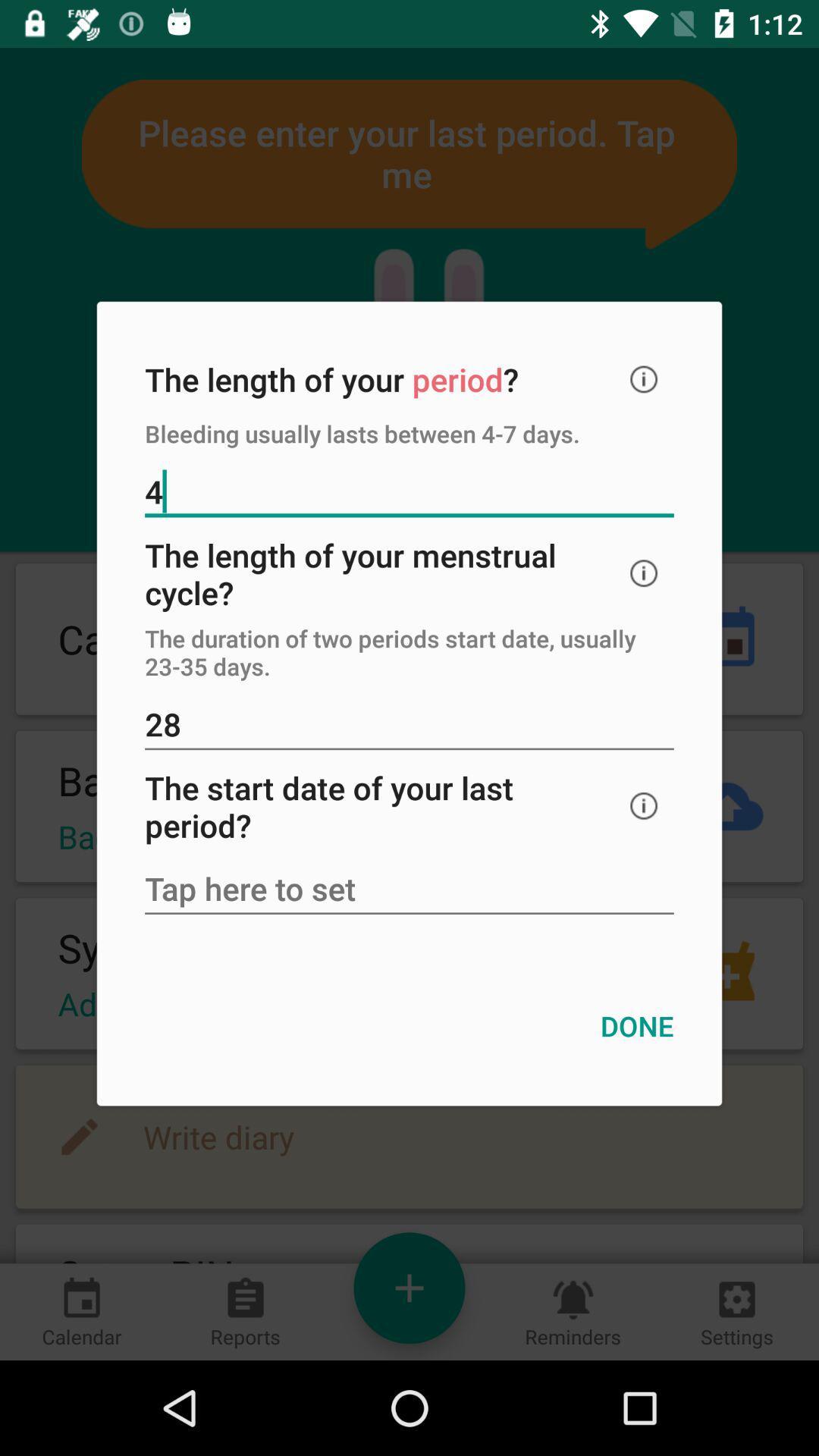  What do you see at coordinates (409, 890) in the screenshot?
I see `setup/choose start date` at bounding box center [409, 890].